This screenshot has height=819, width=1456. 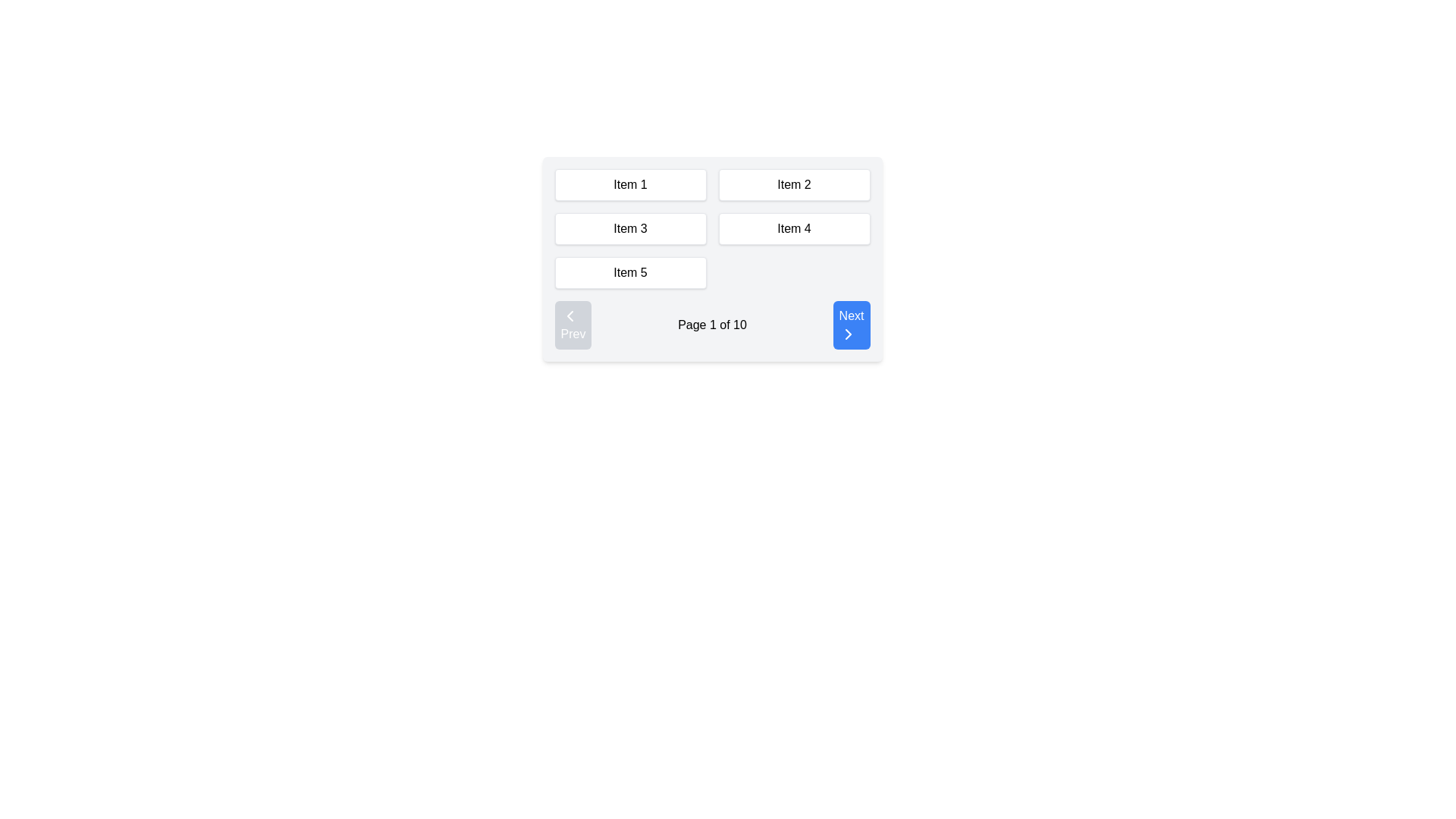 I want to click on the static text displaying 'Page 1 of 10', which is centrally positioned between the 'Prev' and 'Next' buttons, indicating the pagination status, so click(x=711, y=324).